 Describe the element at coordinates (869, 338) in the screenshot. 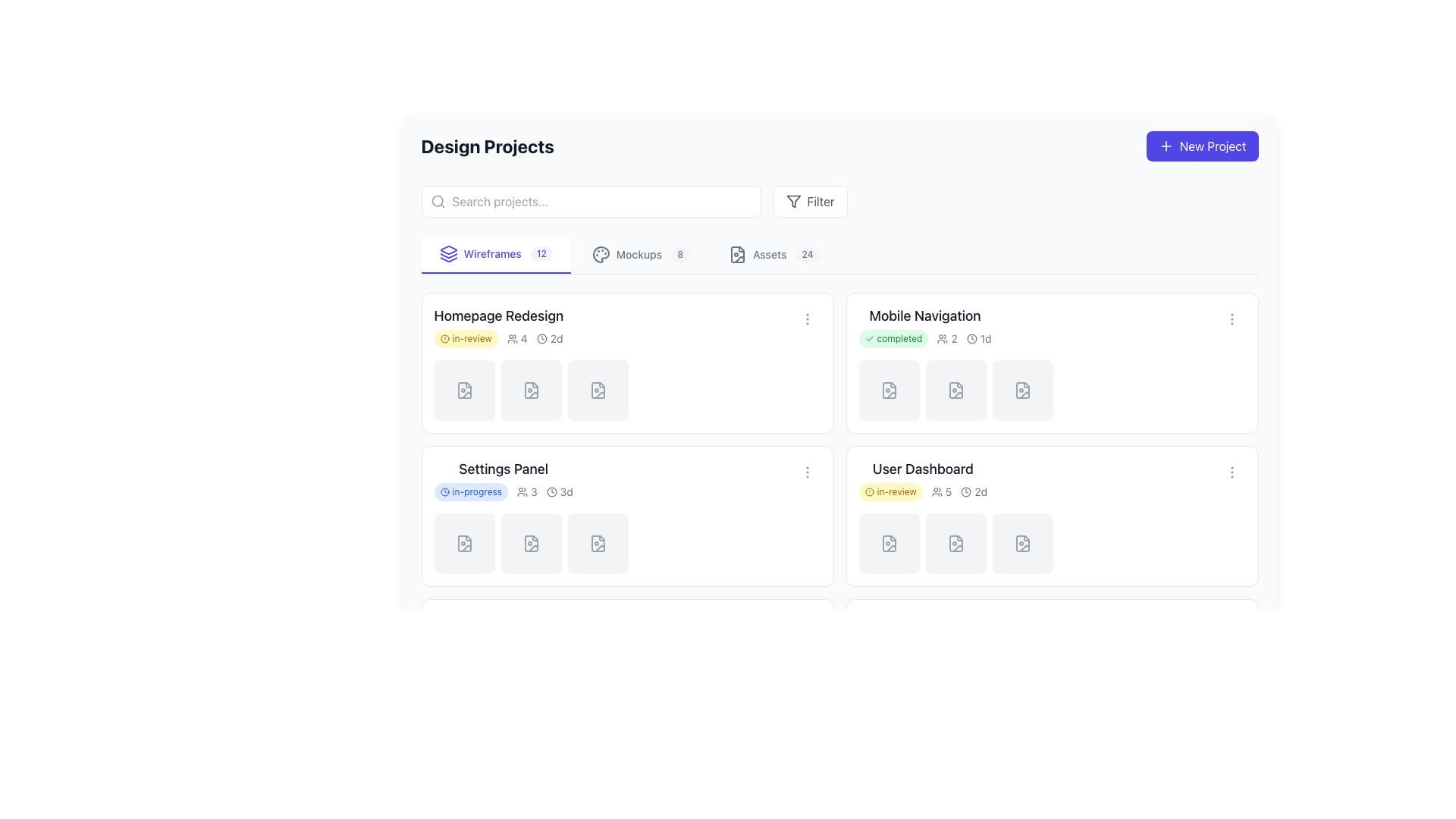

I see `the SVG-based checkmark icon within the 'completed' badge located at the top right corner of the 'Mobile Navigation' card` at that location.